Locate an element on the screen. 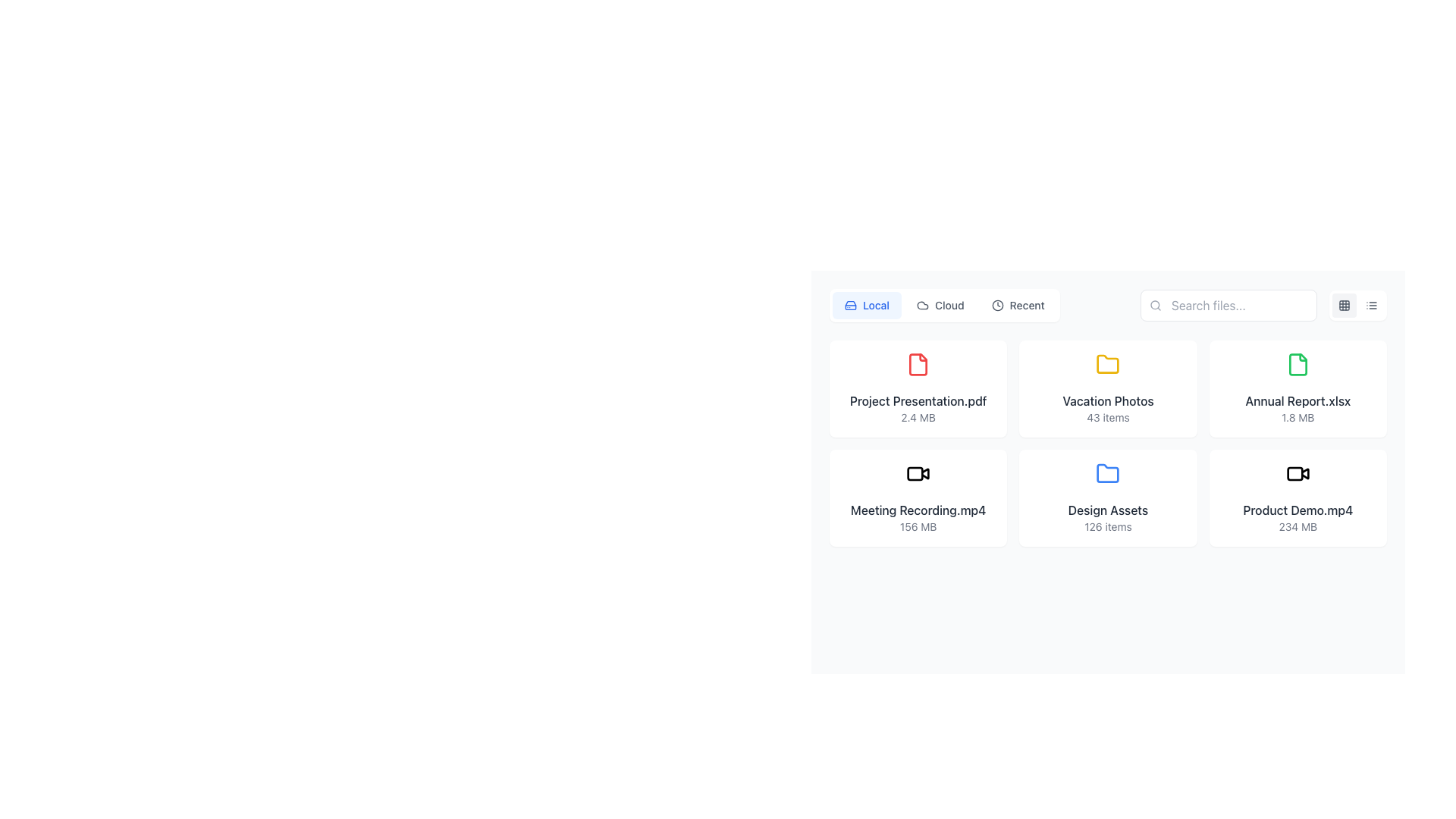 The height and width of the screenshot is (819, 1456). the text label displaying '1.8 MB' that is positioned directly below the file name 'Annual Report.xlsx' in the grid layout is located at coordinates (1297, 418).